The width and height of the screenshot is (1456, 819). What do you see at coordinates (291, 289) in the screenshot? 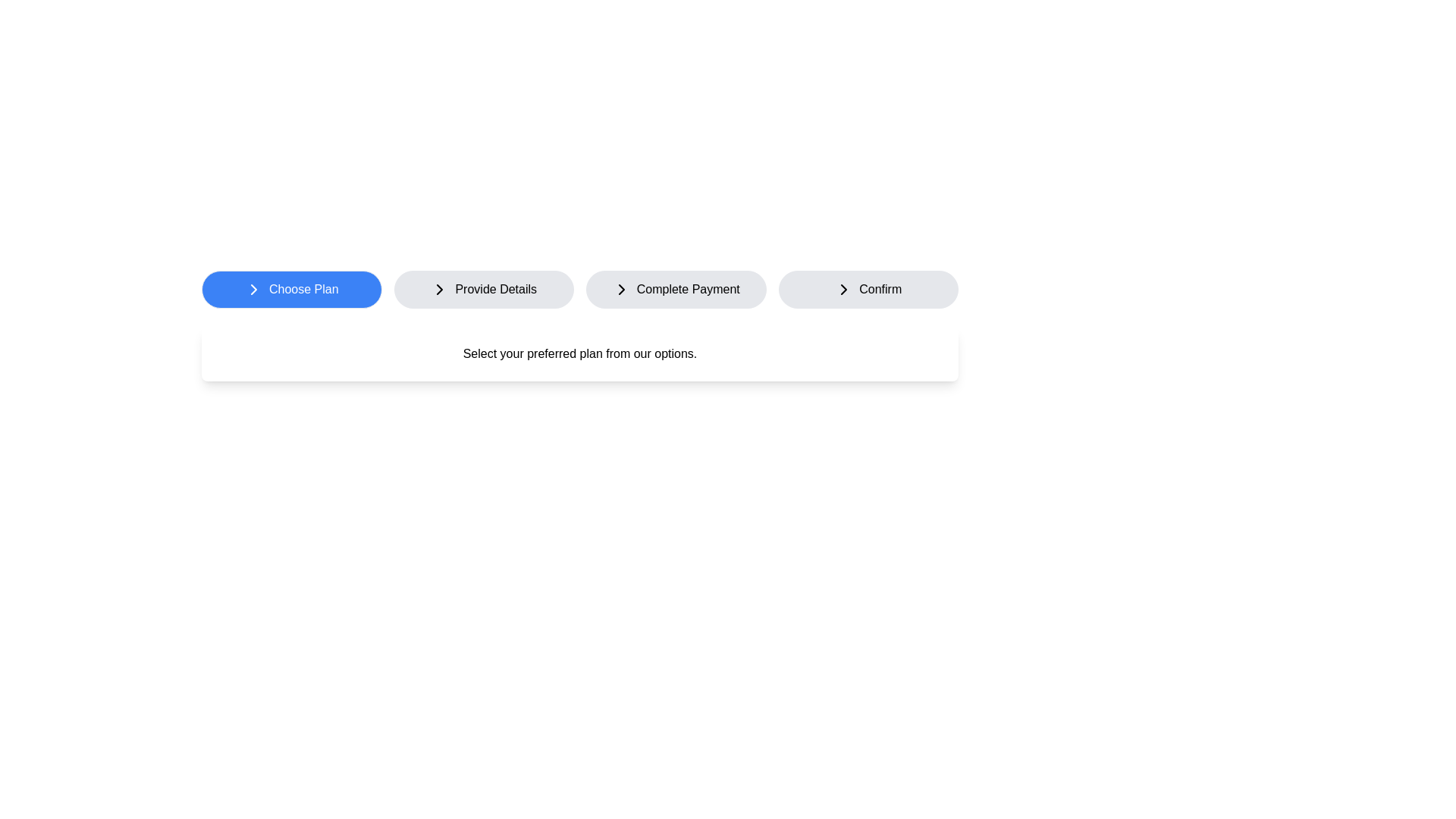
I see `the step button corresponding to Choose Plan` at bounding box center [291, 289].